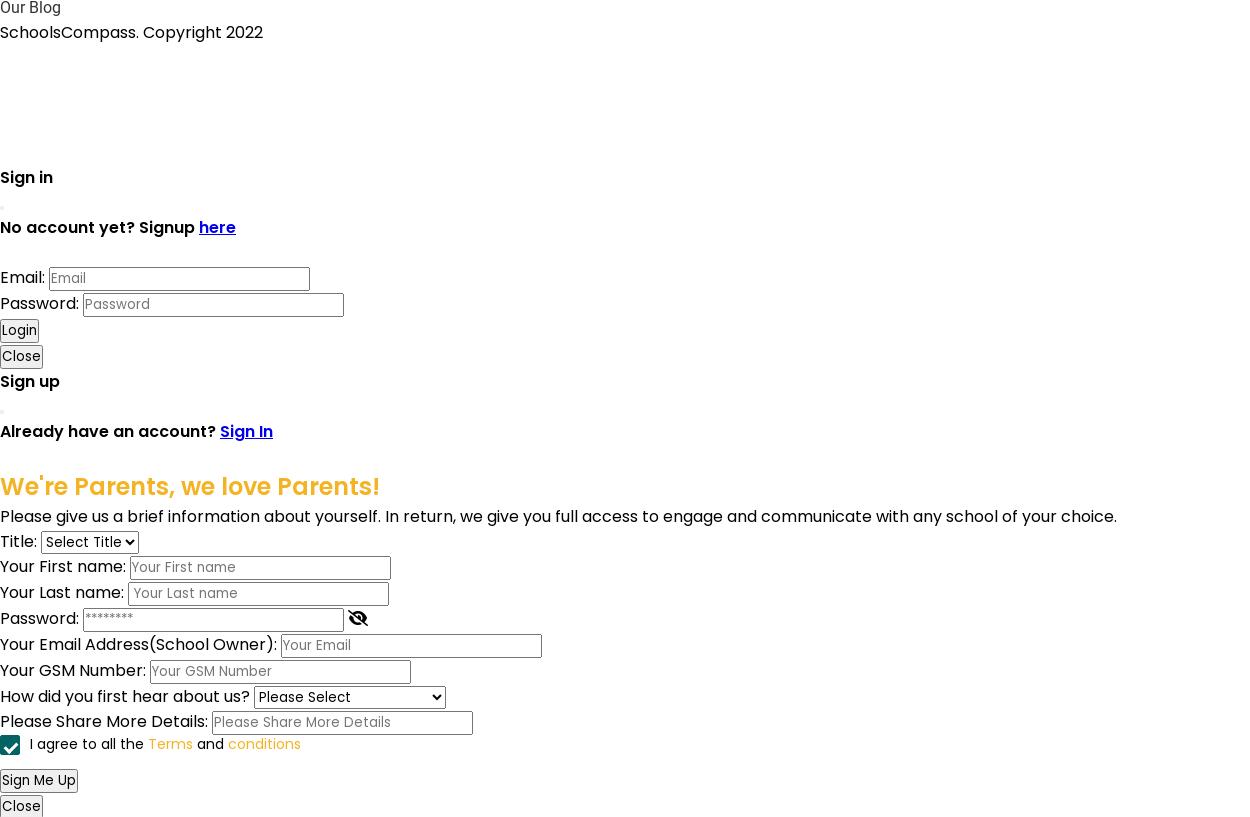 The height and width of the screenshot is (817, 1250). What do you see at coordinates (170, 743) in the screenshot?
I see `'Terms'` at bounding box center [170, 743].